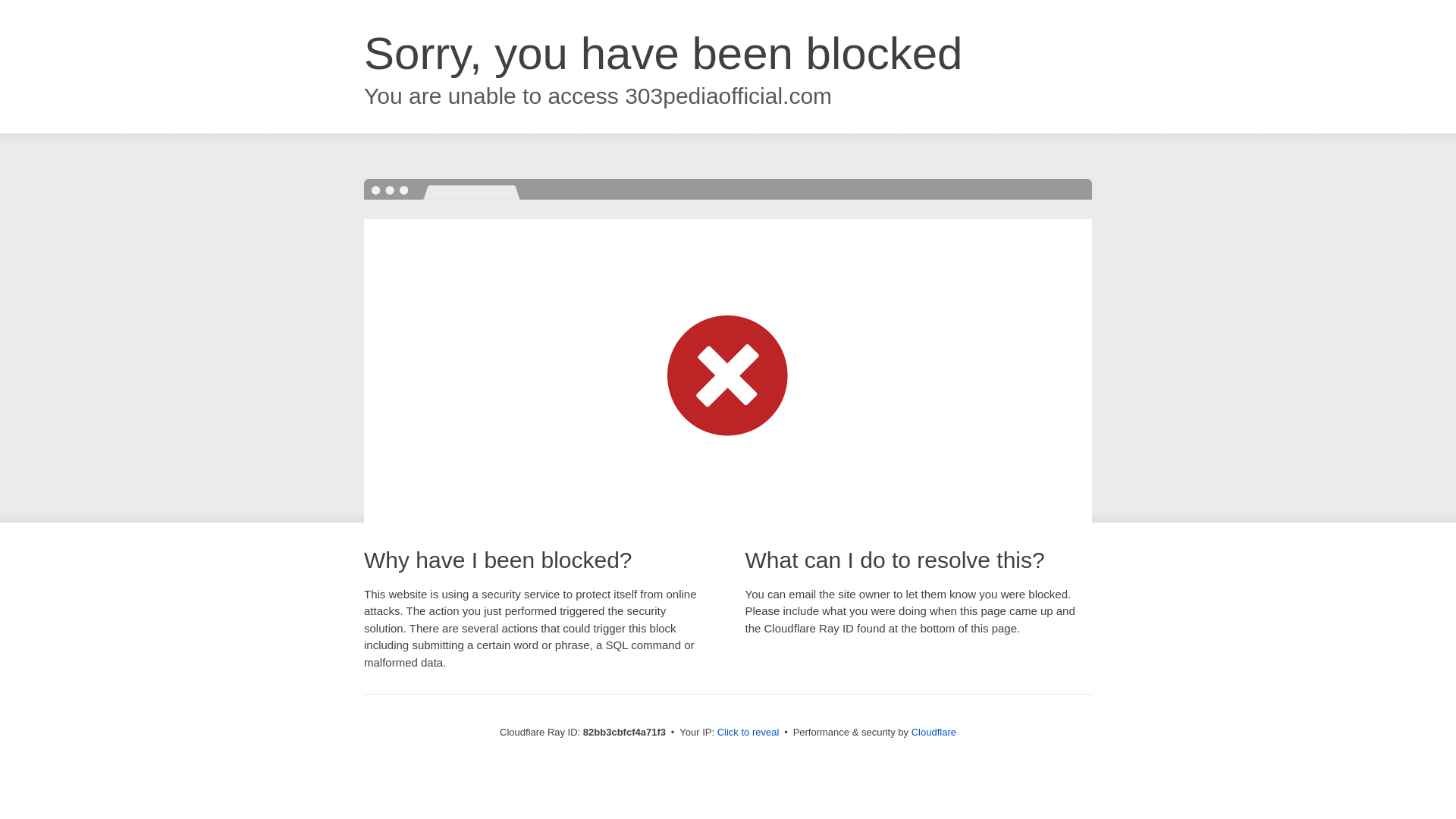 The width and height of the screenshot is (1456, 819). I want to click on 'Click to reveal', so click(748, 731).